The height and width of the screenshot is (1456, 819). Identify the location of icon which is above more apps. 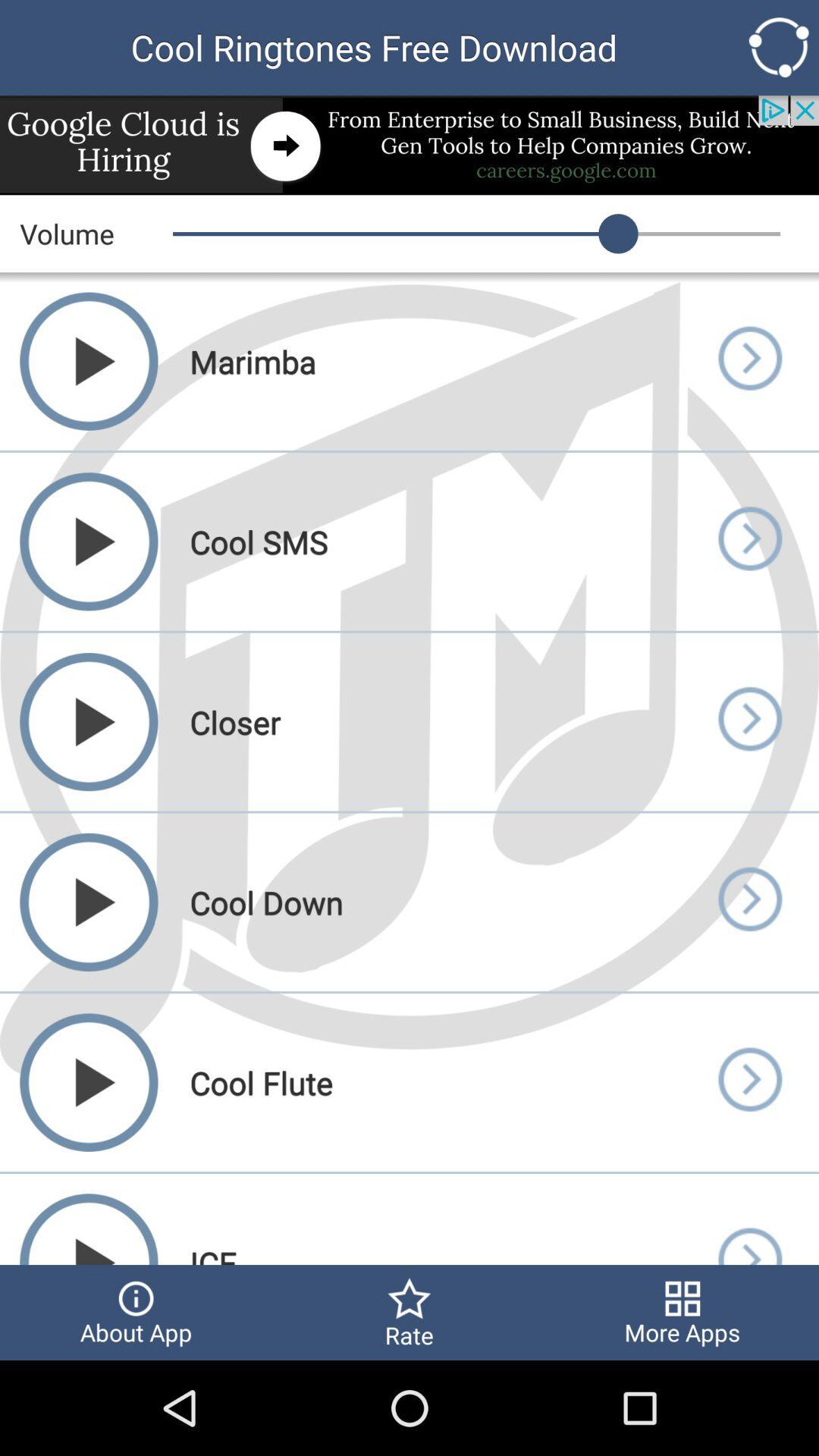
(748, 1219).